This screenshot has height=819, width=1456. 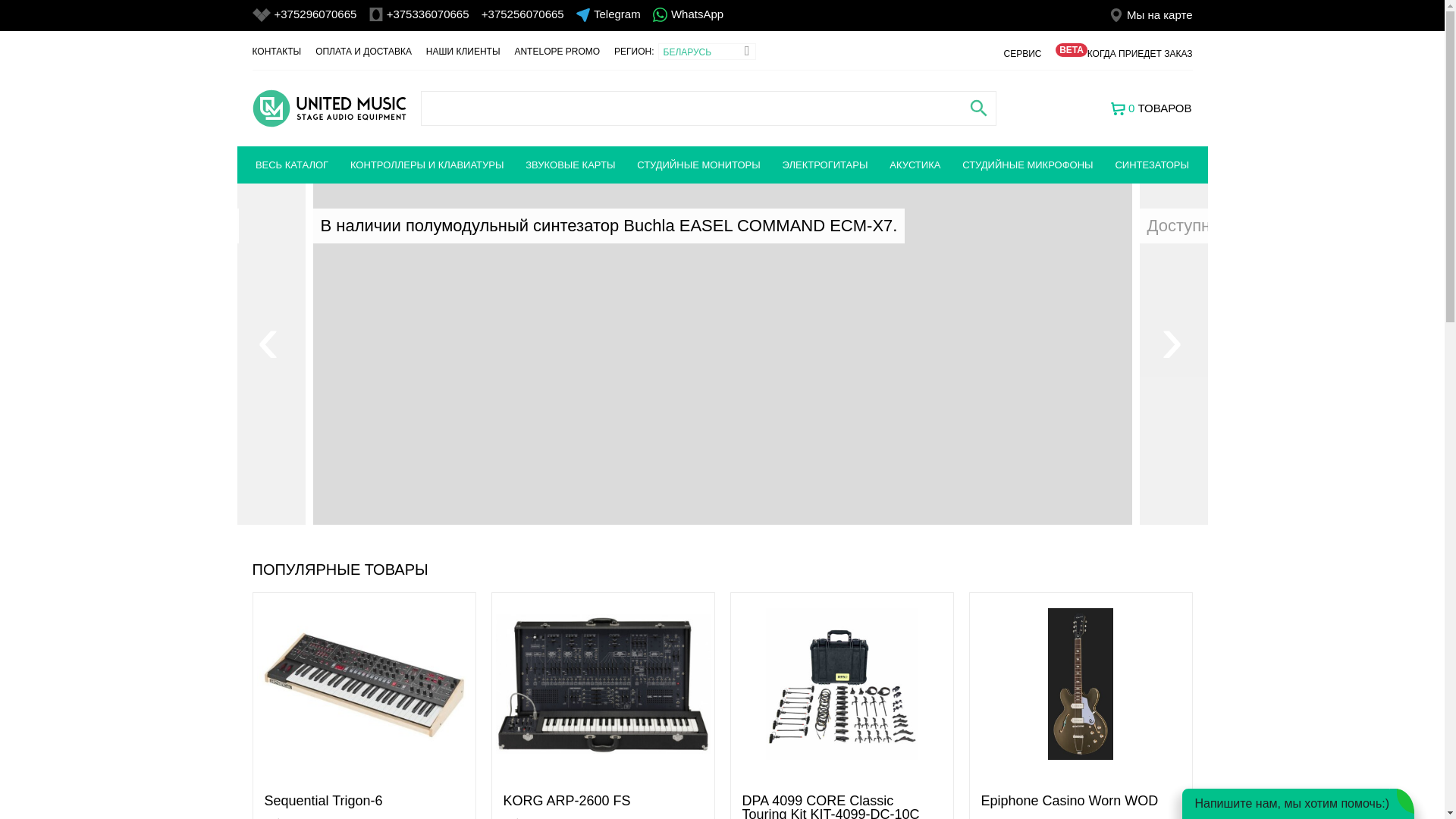 What do you see at coordinates (696, 14) in the screenshot?
I see `'WhatsApp'` at bounding box center [696, 14].